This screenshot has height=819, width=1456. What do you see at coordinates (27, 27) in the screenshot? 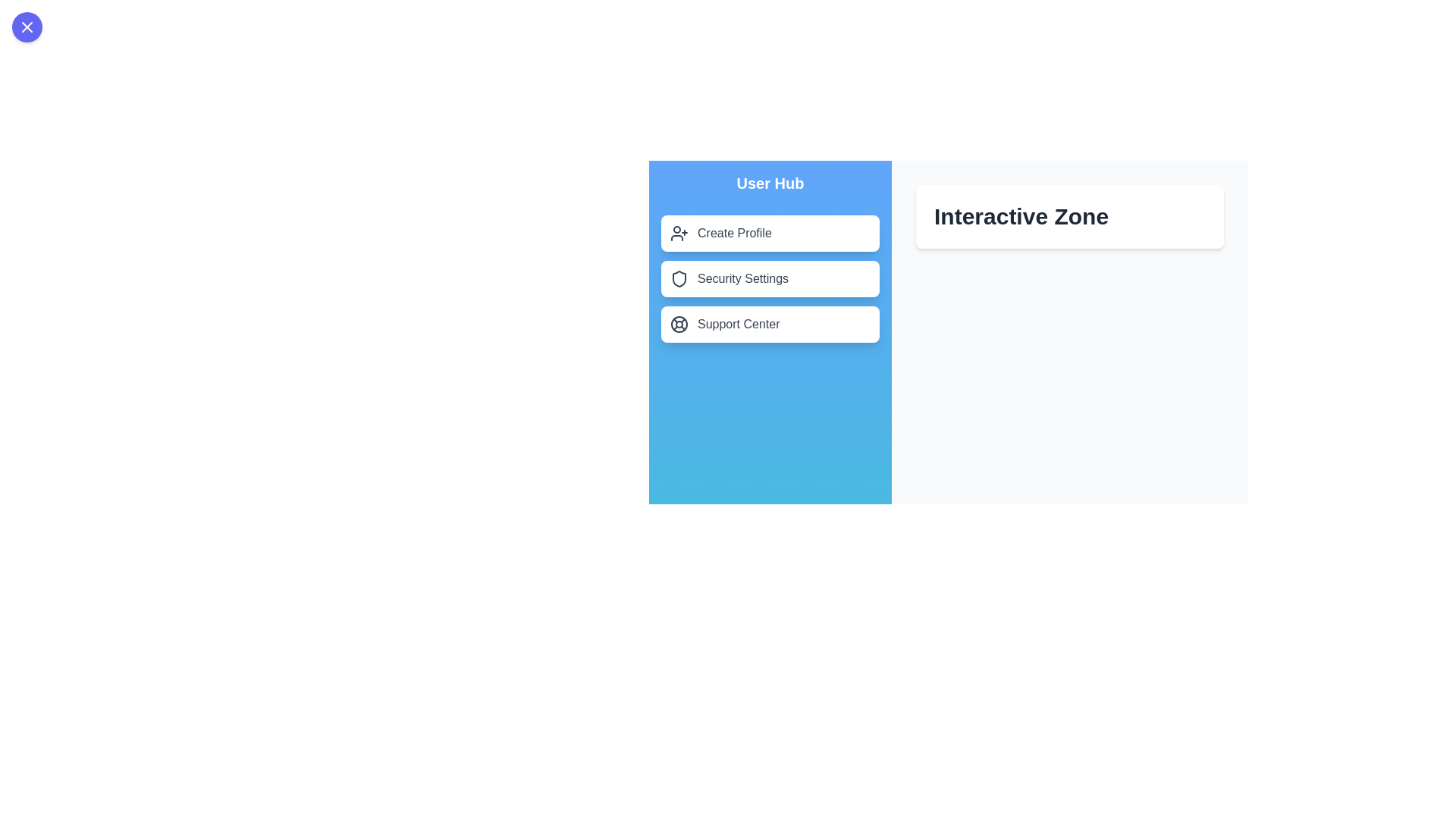
I see `the top-left button to toggle the drawer` at bounding box center [27, 27].